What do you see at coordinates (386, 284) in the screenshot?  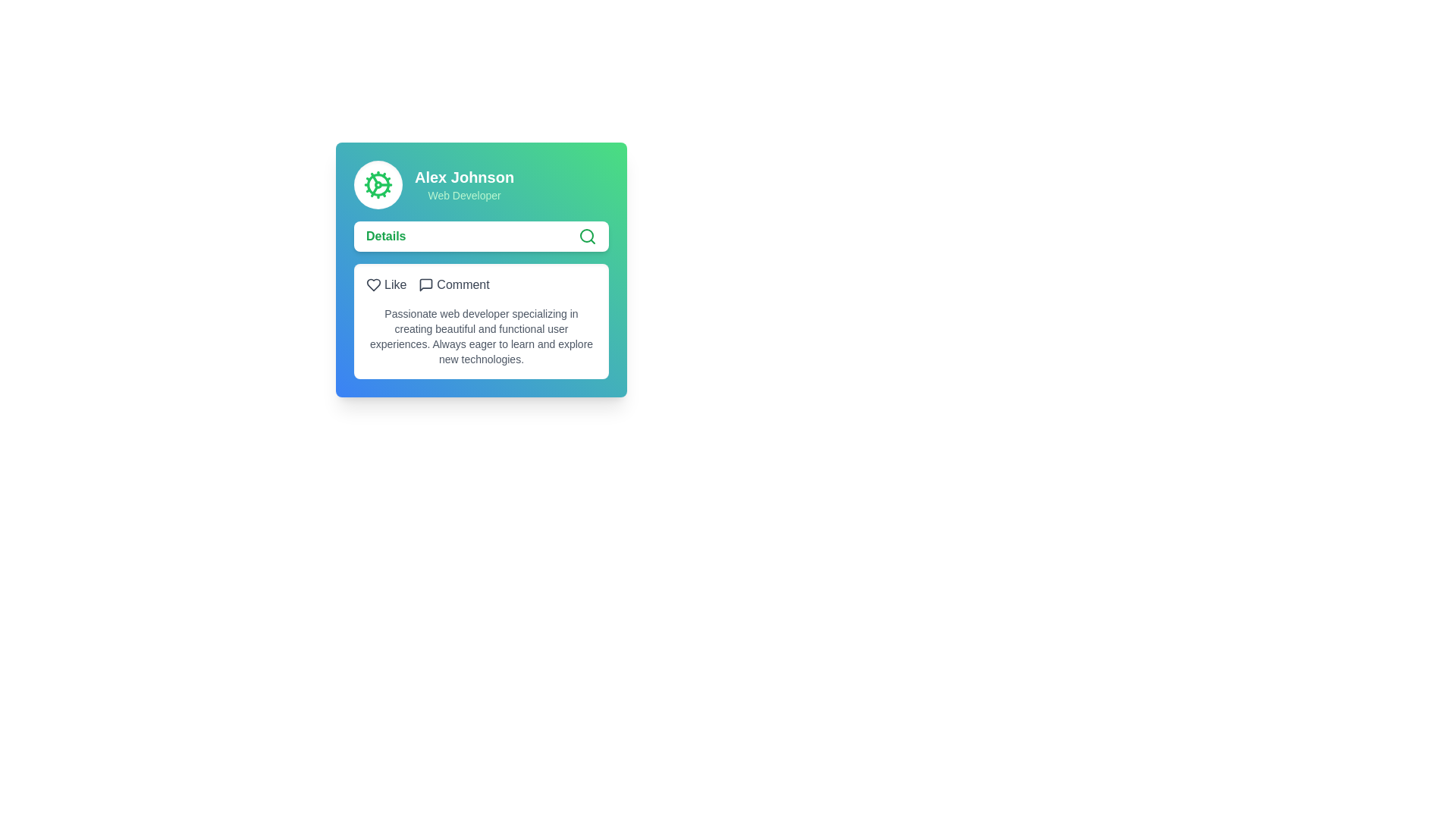 I see `the 'Like' button, which features a heart icon and the text 'Like', located in the top-left of a two-item horizontal group within a card` at bounding box center [386, 284].